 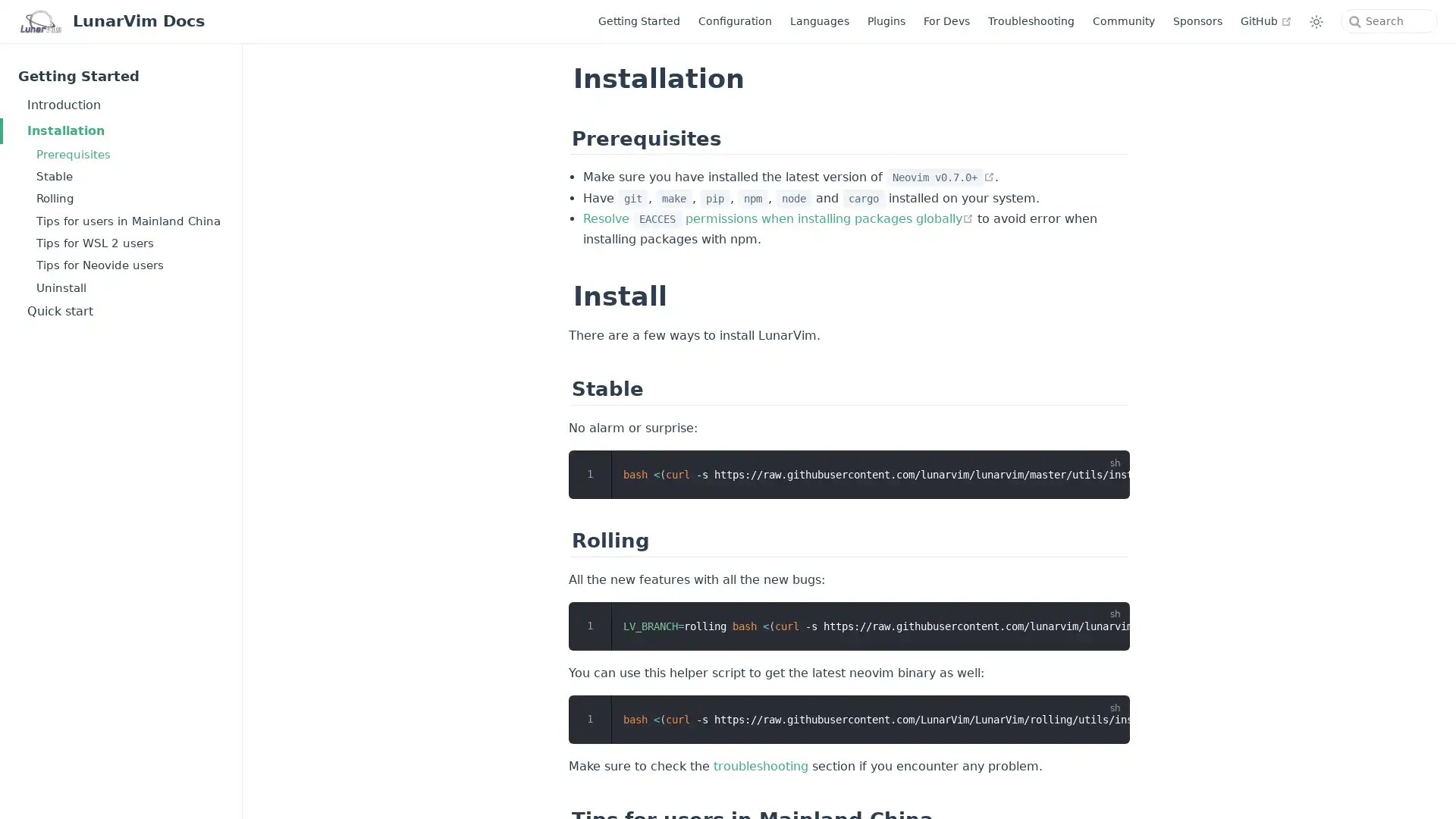 I want to click on toggle dark mode, so click(x=1316, y=20).